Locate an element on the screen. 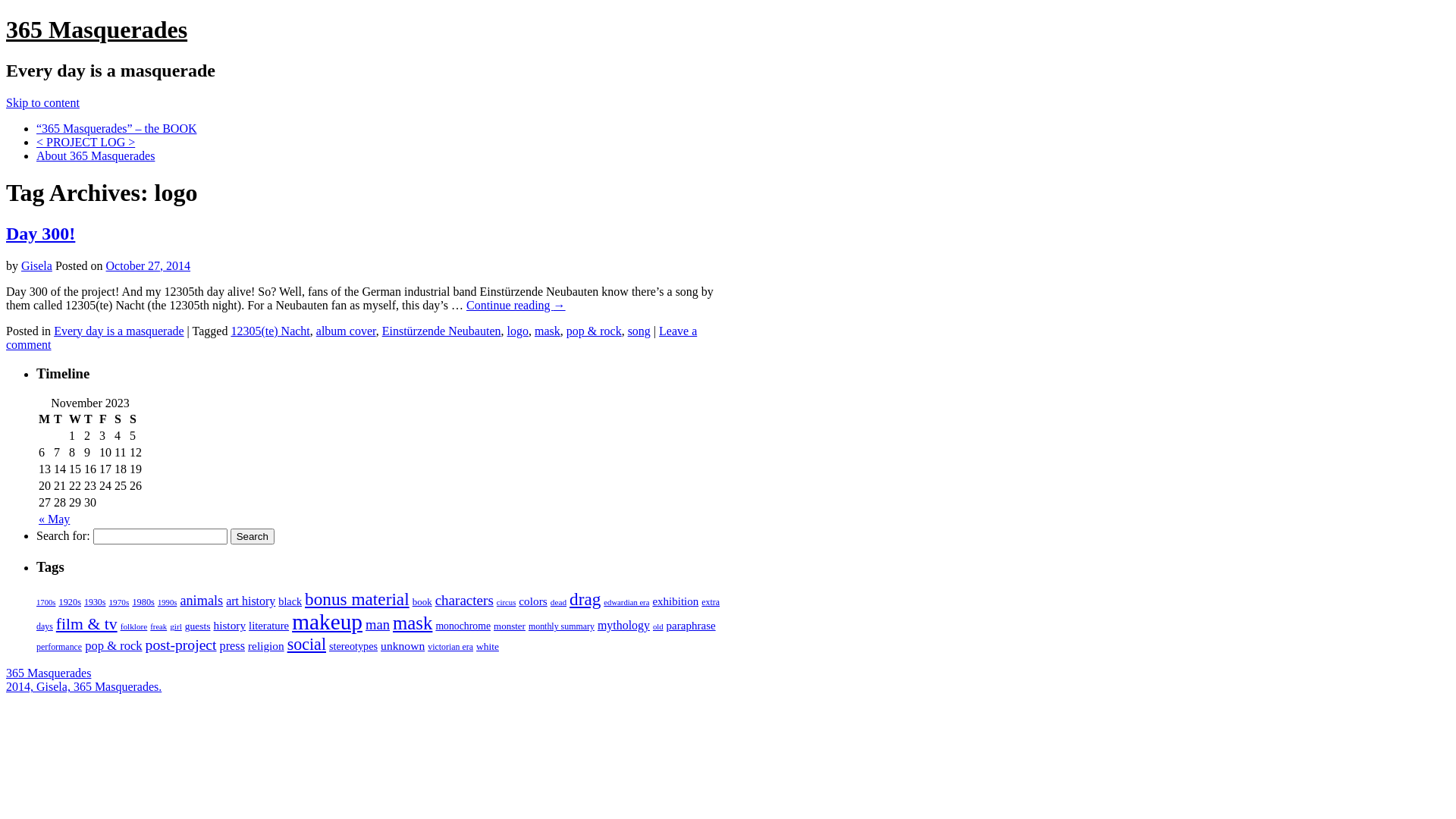 This screenshot has width=1456, height=819. 'man' is located at coordinates (365, 624).